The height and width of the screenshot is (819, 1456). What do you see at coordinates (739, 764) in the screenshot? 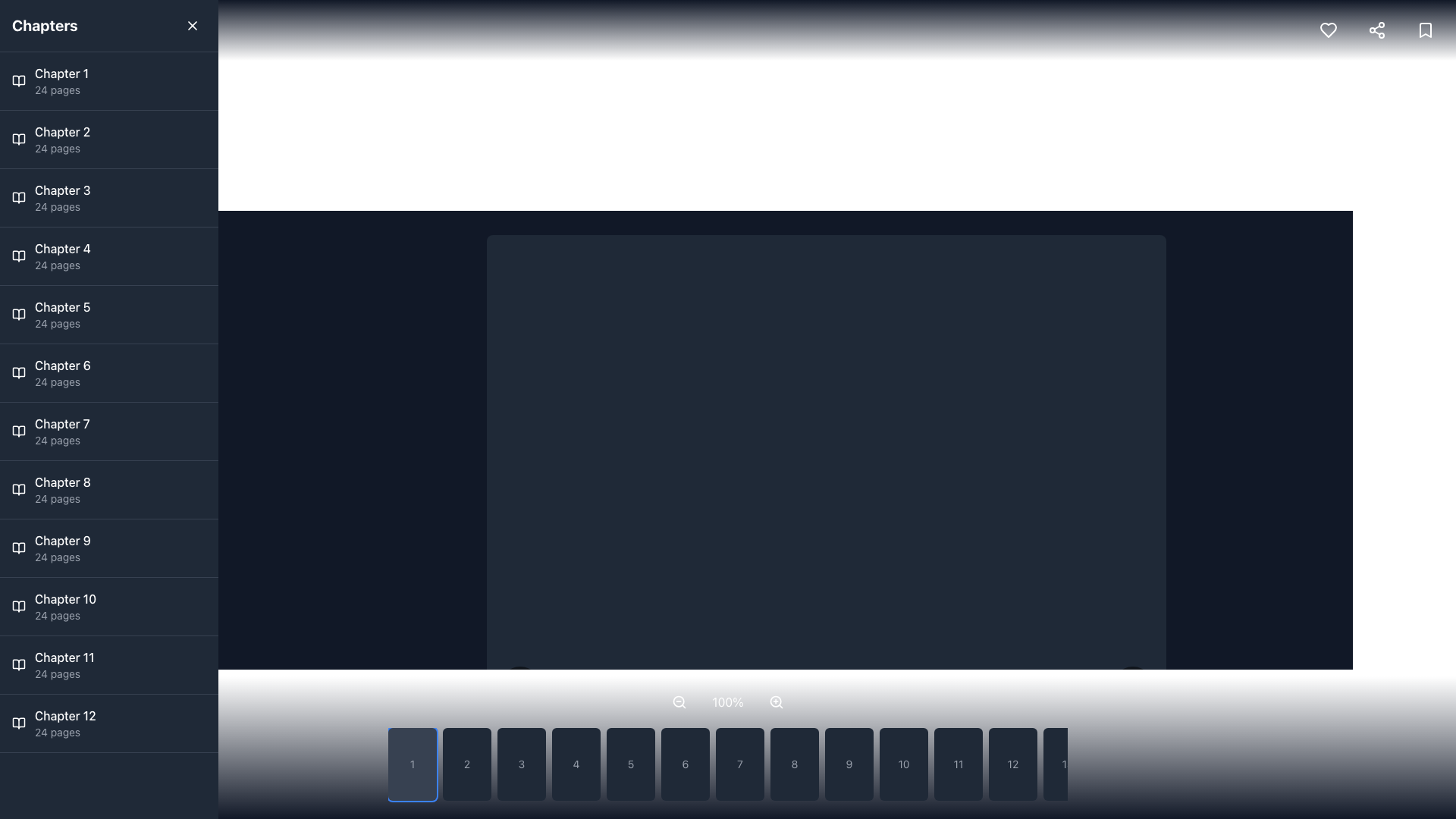
I see `the selectable button associated with the number '7' for keyboard interaction` at bounding box center [739, 764].